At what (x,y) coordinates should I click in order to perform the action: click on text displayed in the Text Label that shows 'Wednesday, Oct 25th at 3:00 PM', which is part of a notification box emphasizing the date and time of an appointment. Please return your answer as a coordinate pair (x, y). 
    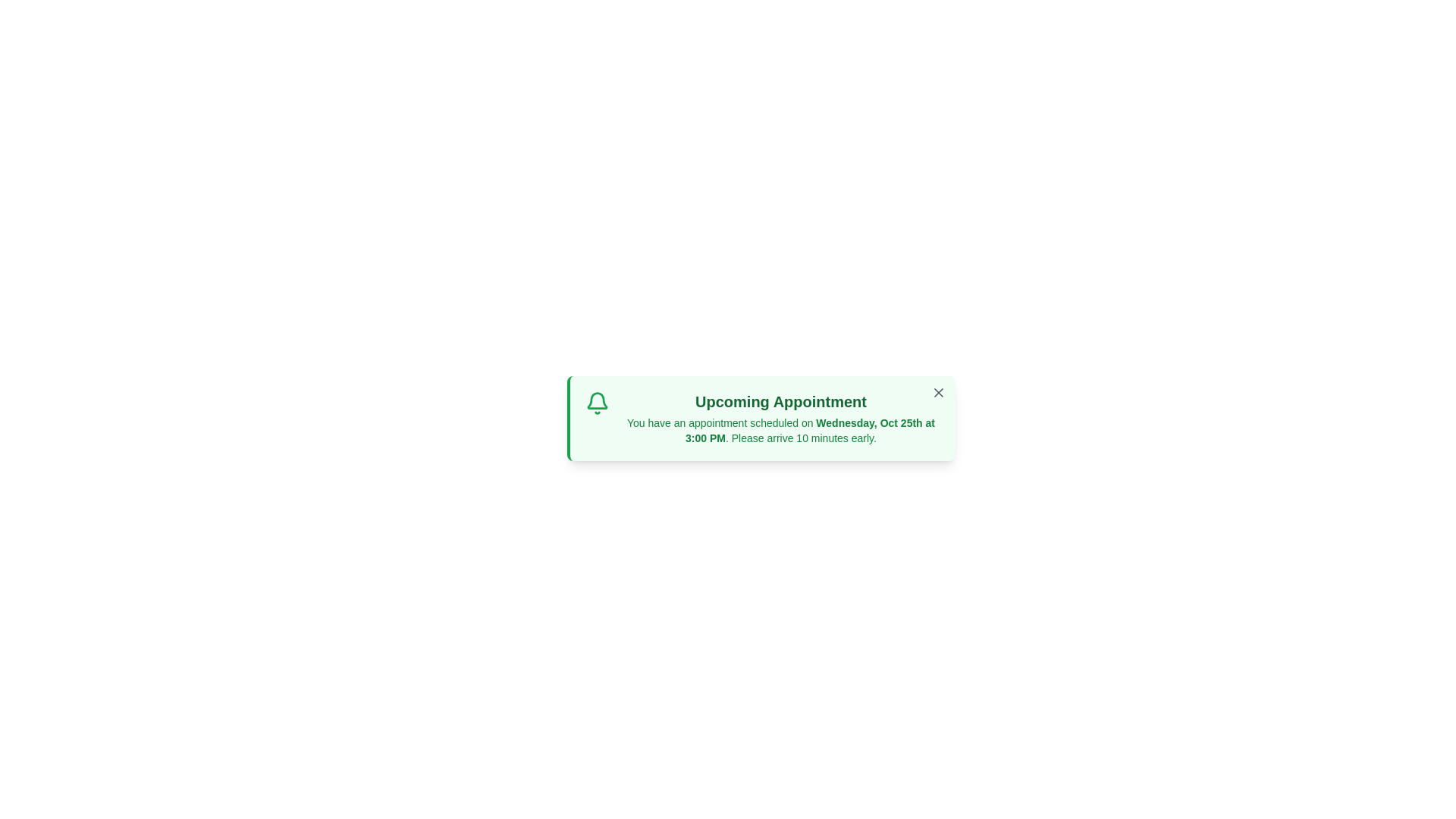
    Looking at the image, I should click on (809, 430).